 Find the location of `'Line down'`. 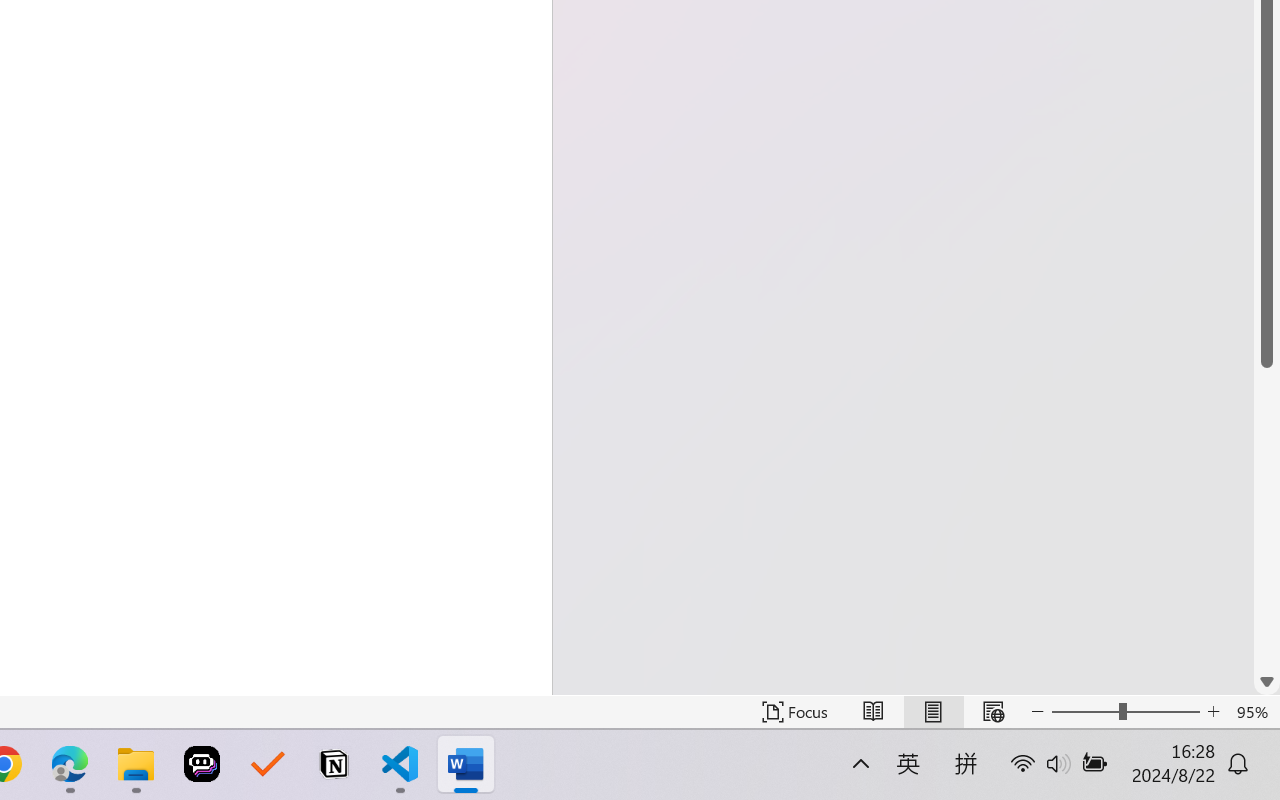

'Line down' is located at coordinates (1266, 682).